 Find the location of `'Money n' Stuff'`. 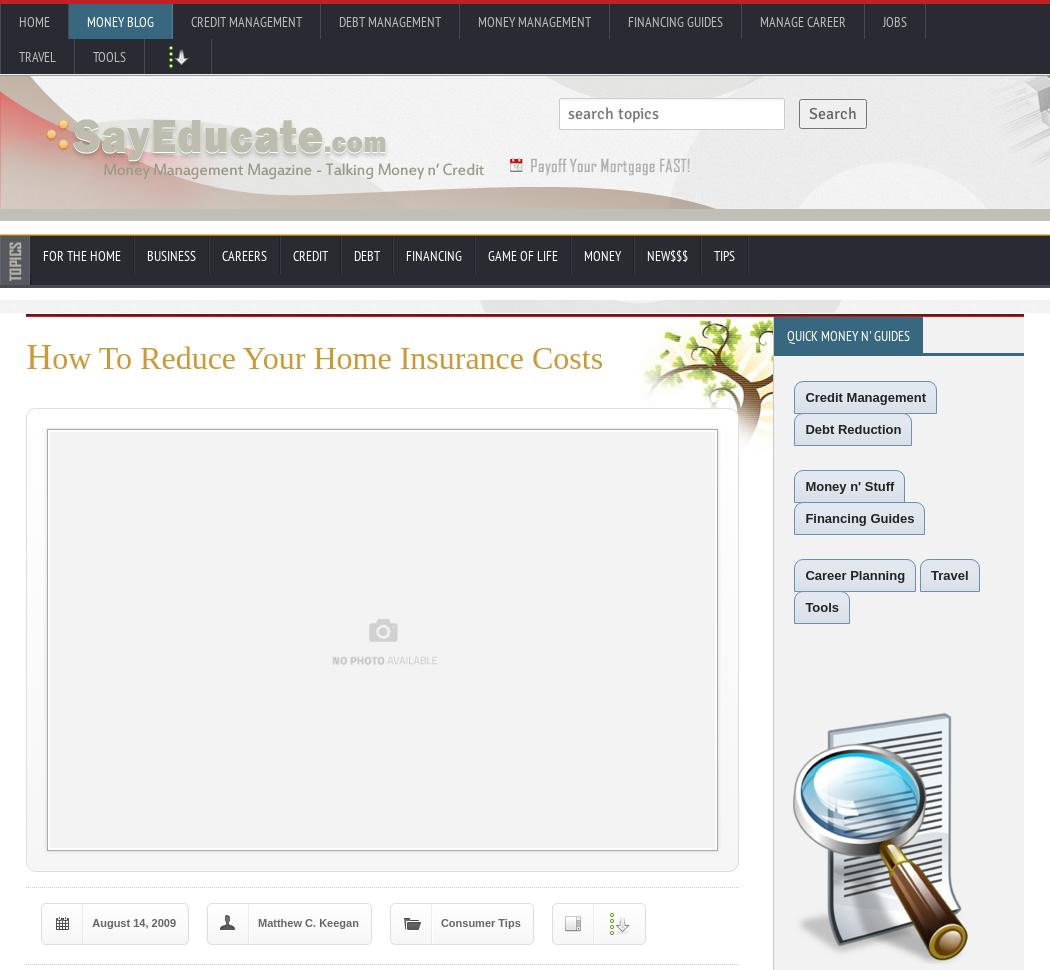

'Money n' Stuff' is located at coordinates (849, 486).